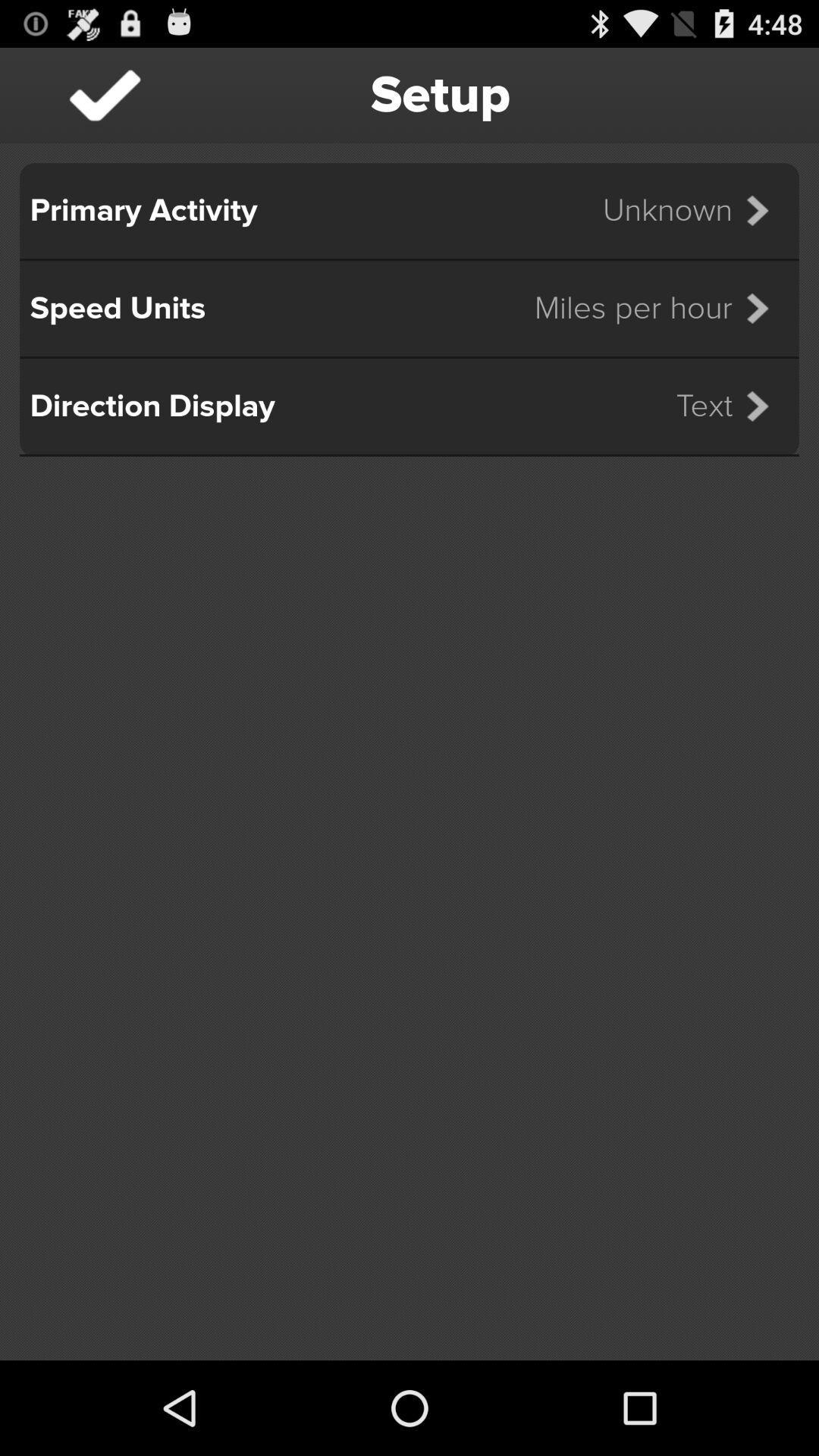 Image resolution: width=819 pixels, height=1456 pixels. Describe the element at coordinates (695, 210) in the screenshot. I see `icon next to primary activity` at that location.